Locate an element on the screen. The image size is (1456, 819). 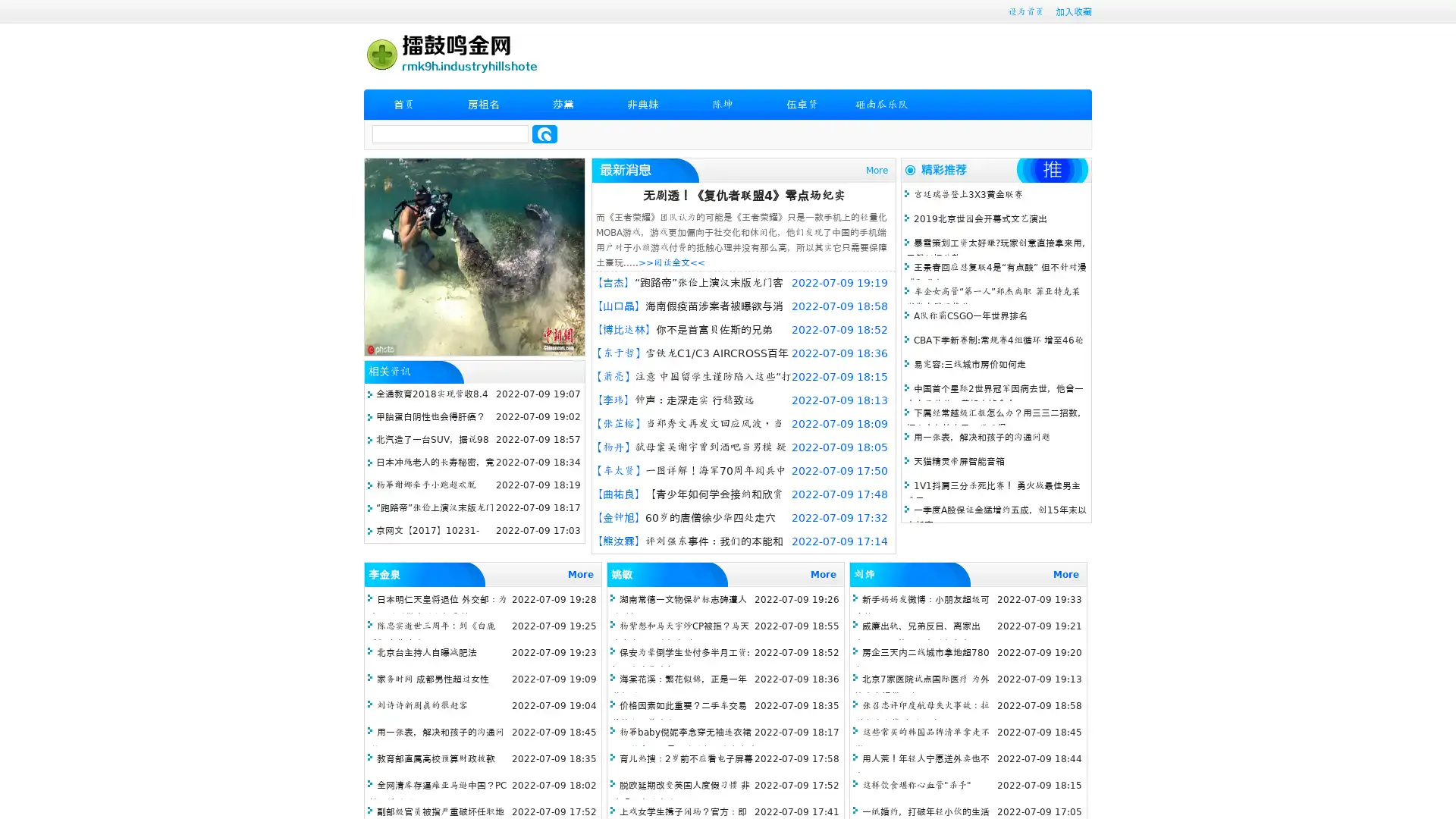
Search is located at coordinates (544, 133).